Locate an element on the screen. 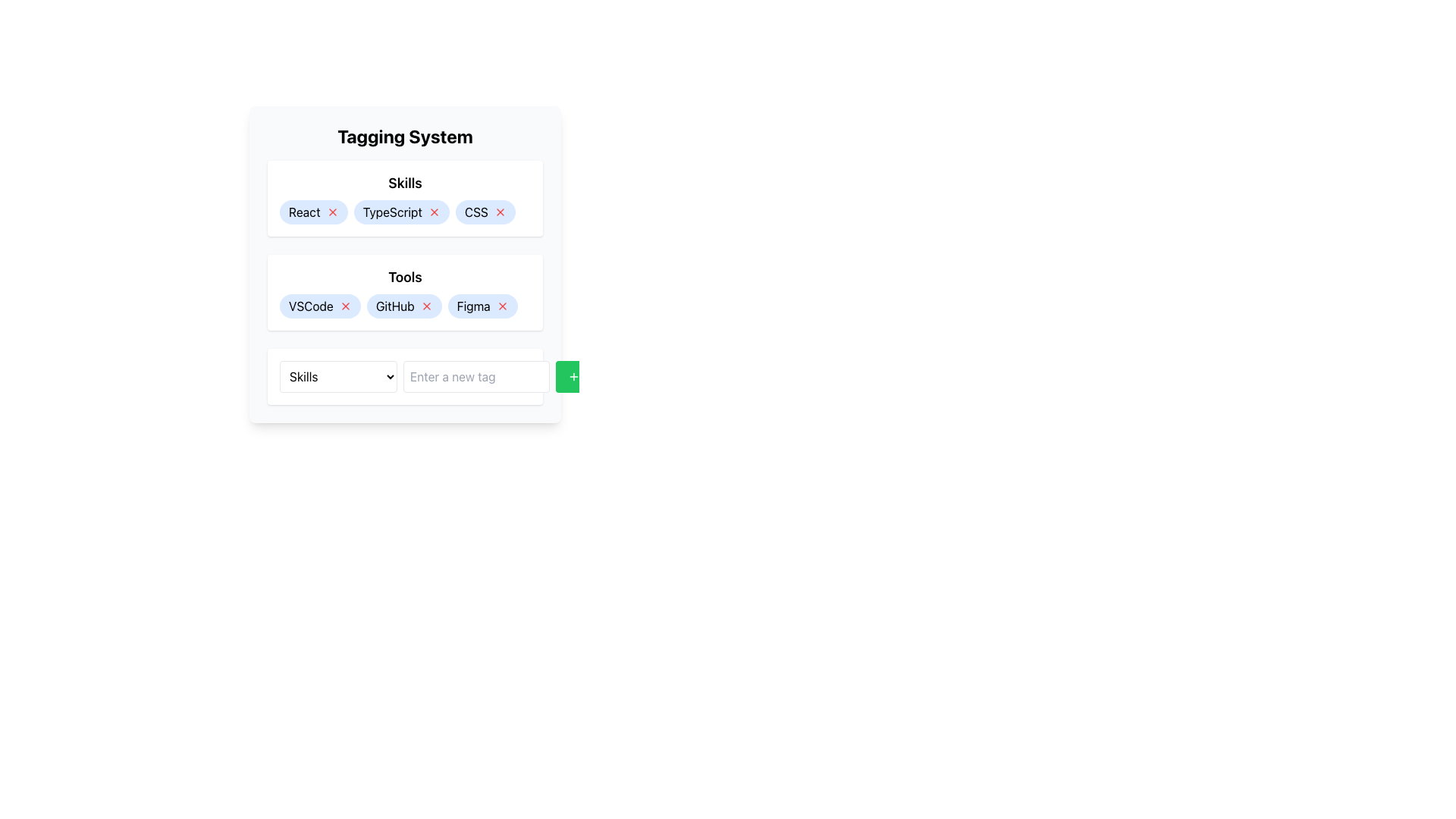  the green button used for adding new tags or items, located is located at coordinates (573, 376).